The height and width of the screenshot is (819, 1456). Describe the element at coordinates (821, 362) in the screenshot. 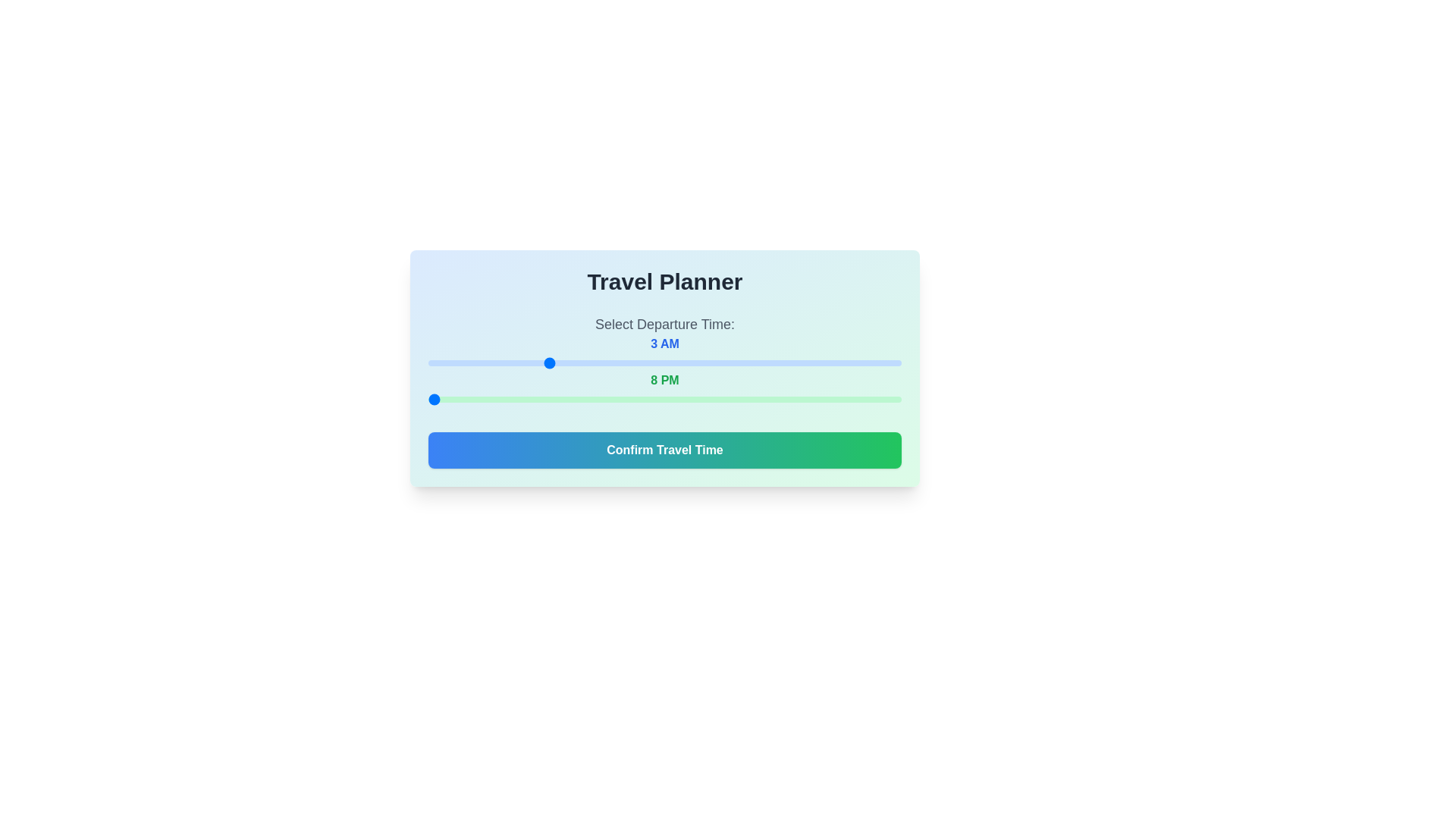

I see `departure time` at that location.